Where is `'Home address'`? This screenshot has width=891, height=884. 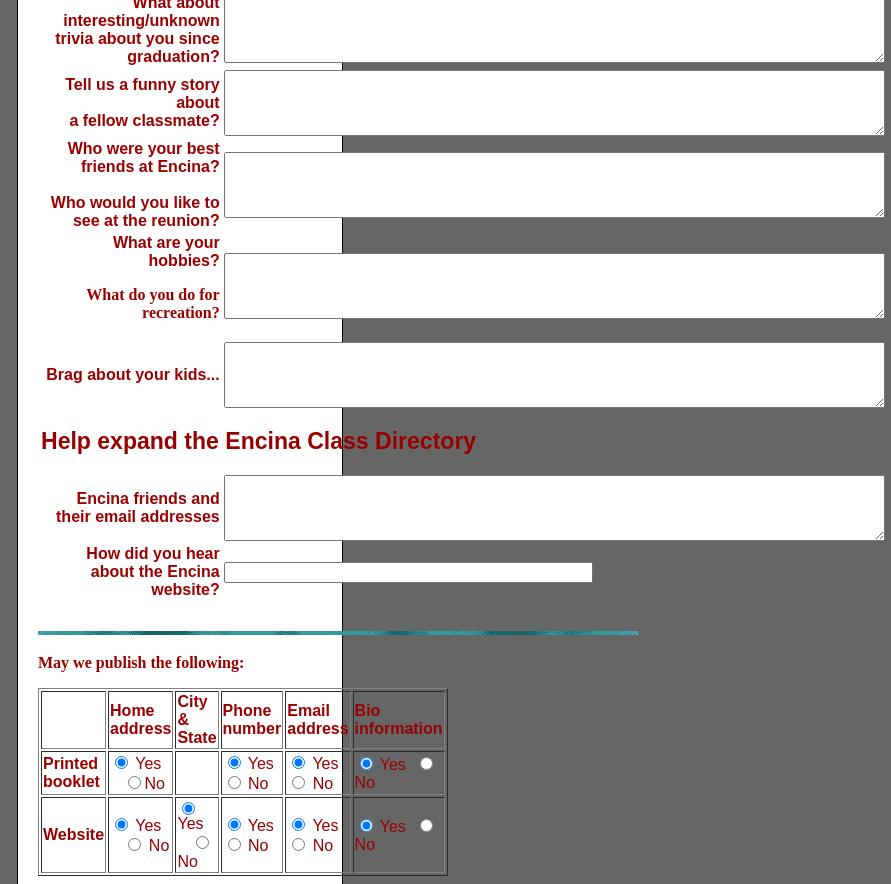 'Home address' is located at coordinates (139, 718).